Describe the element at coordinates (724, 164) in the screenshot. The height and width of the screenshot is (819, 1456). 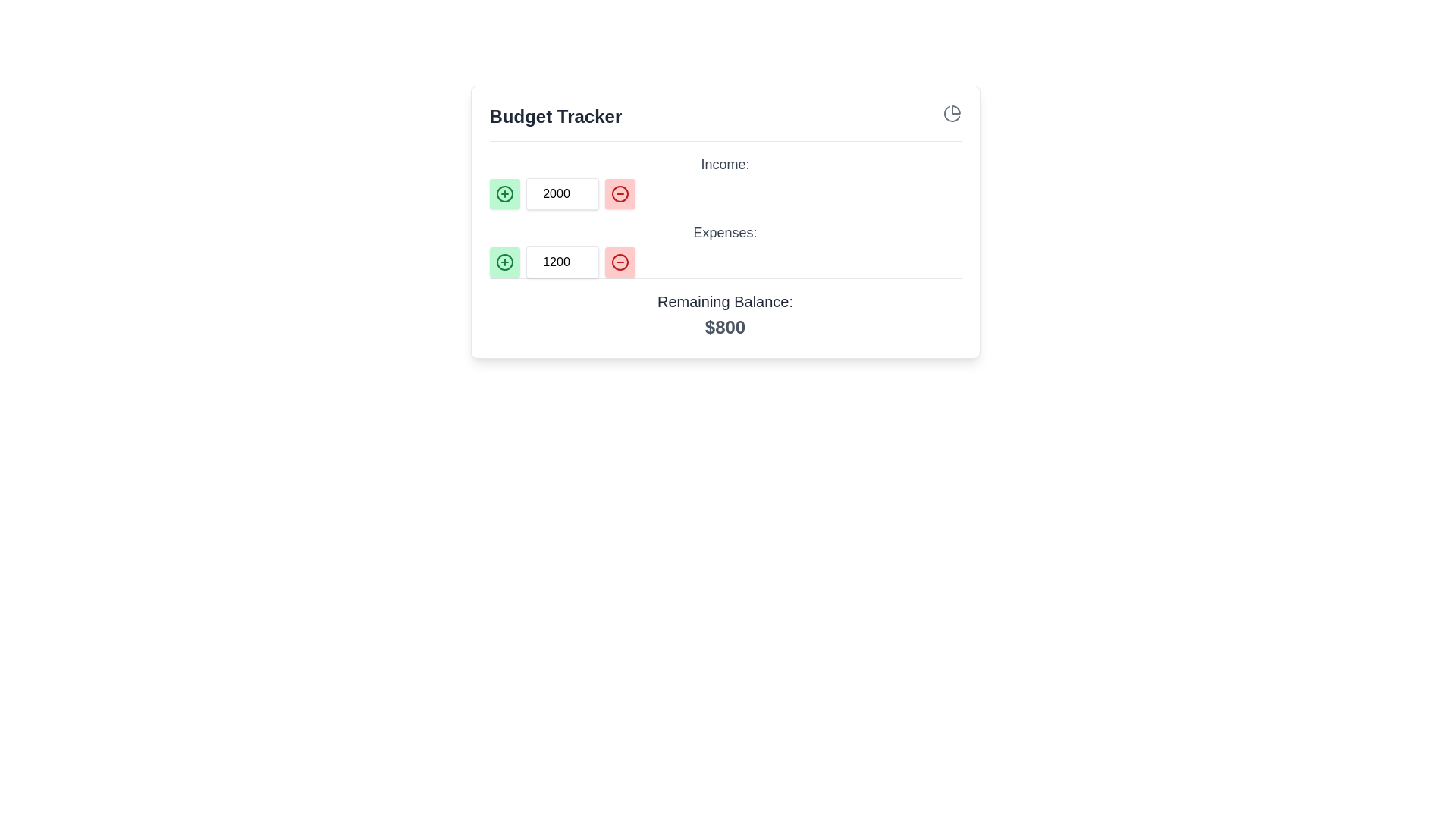
I see `the label that provides context for the income-related data entry, located above the '2000' input in the 'Budget Tracker' card` at that location.